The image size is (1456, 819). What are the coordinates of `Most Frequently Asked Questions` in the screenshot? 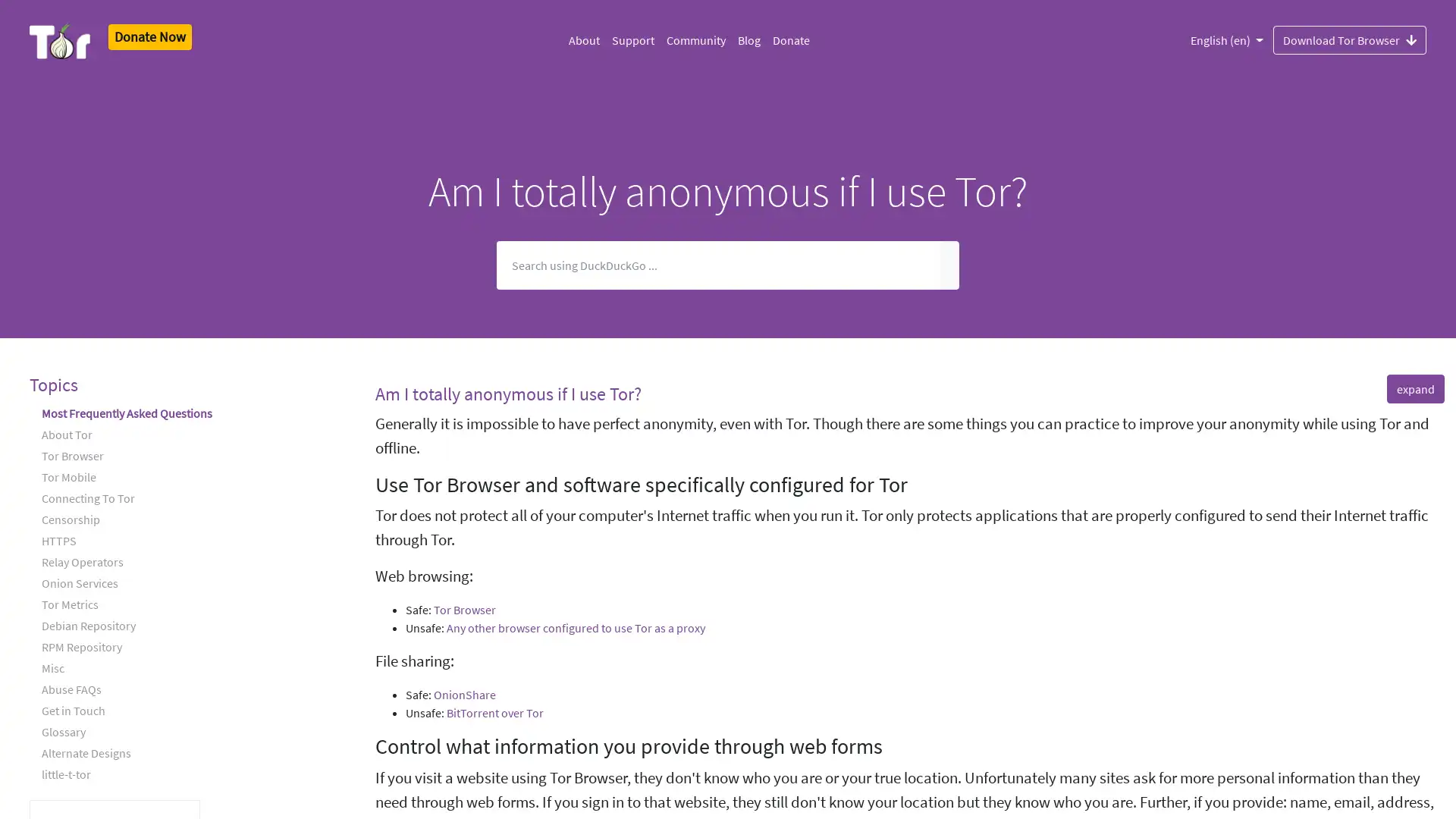 It's located at (187, 412).